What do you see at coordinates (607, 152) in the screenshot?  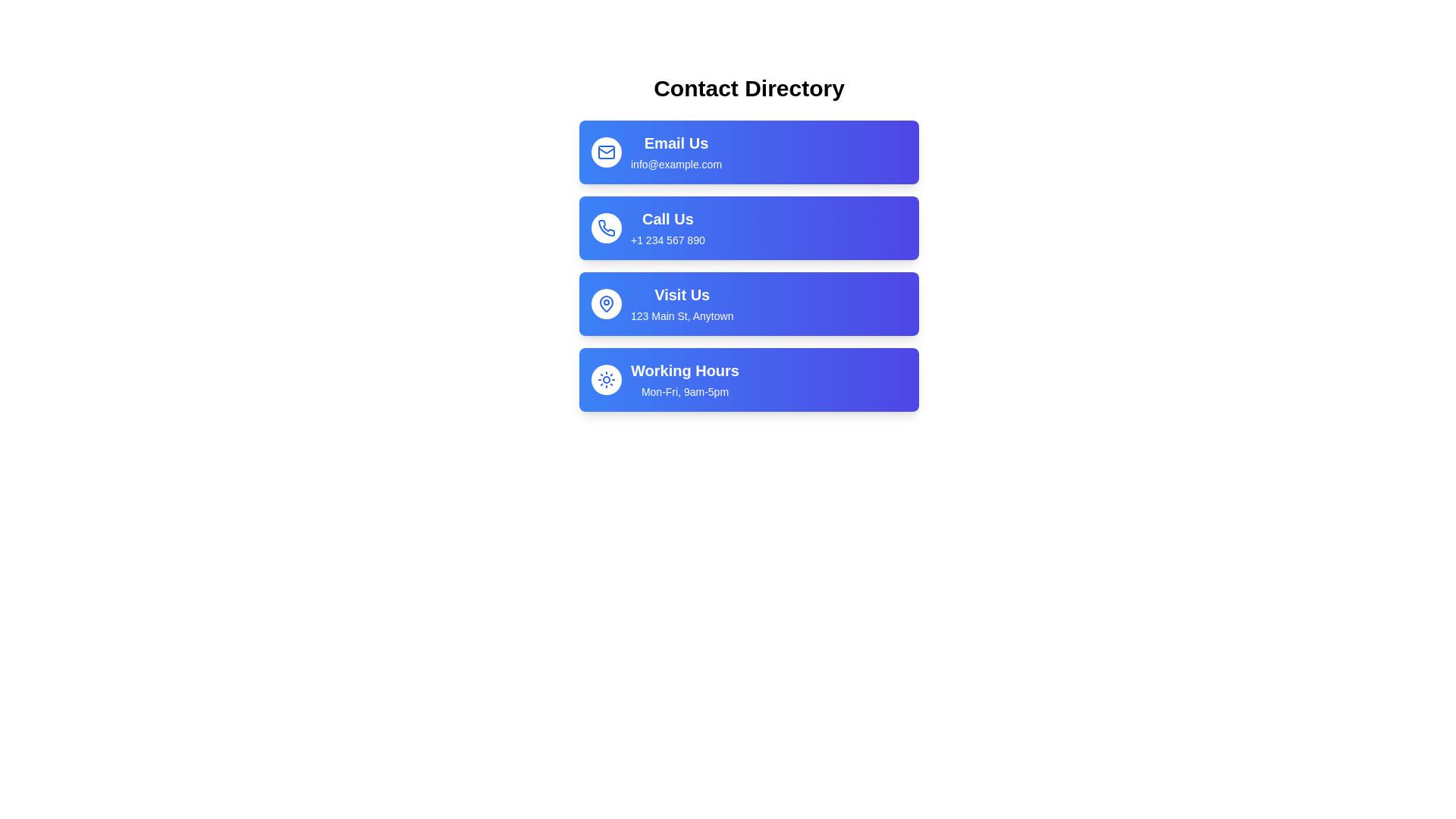 I see `the mail icon with a blue square border and a white envelope, located to the left of 'Email Us' and 'info@example.com' in the first card of the contact options list` at bounding box center [607, 152].